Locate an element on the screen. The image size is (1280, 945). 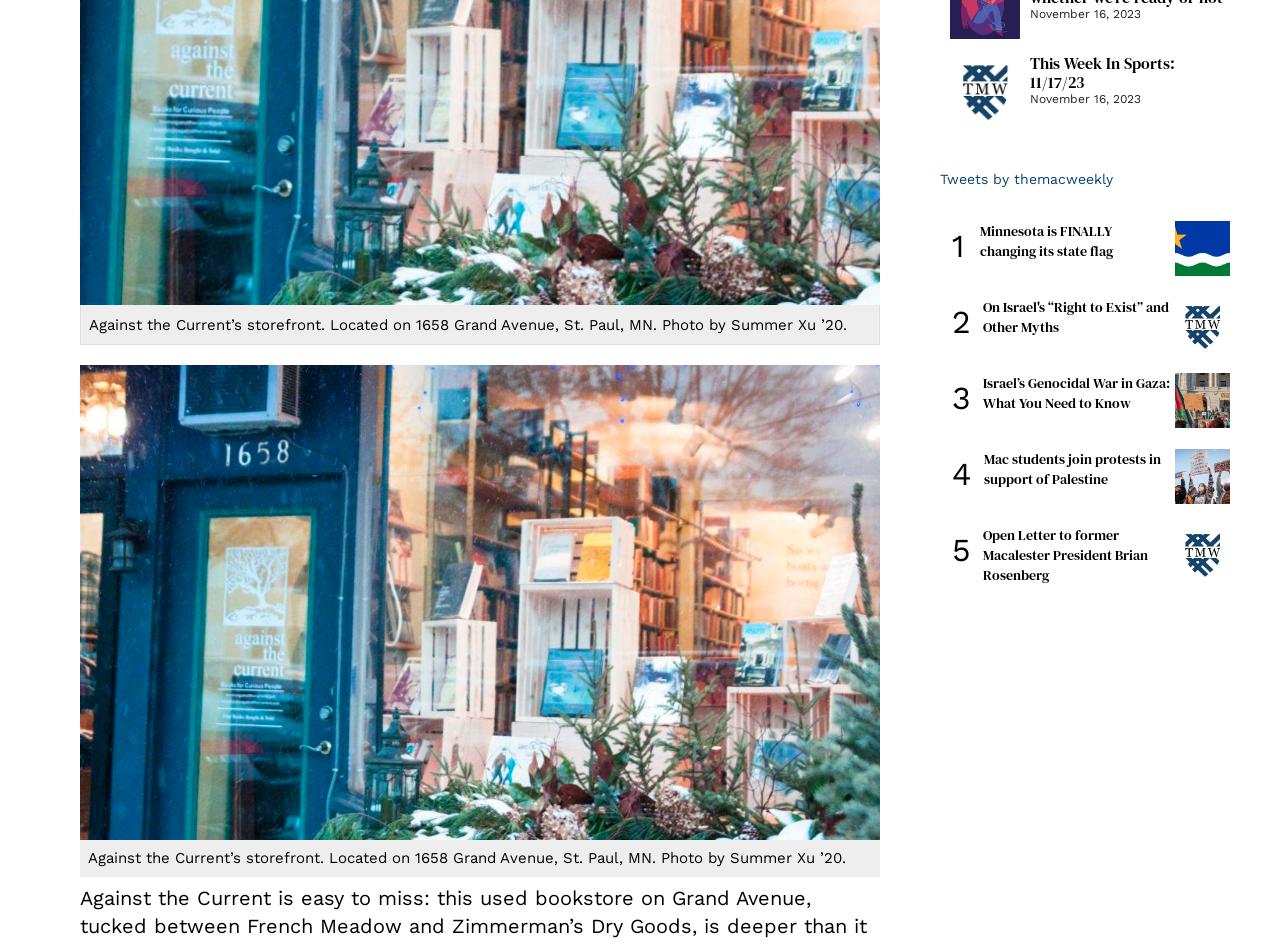
'2' is located at coordinates (961, 321).